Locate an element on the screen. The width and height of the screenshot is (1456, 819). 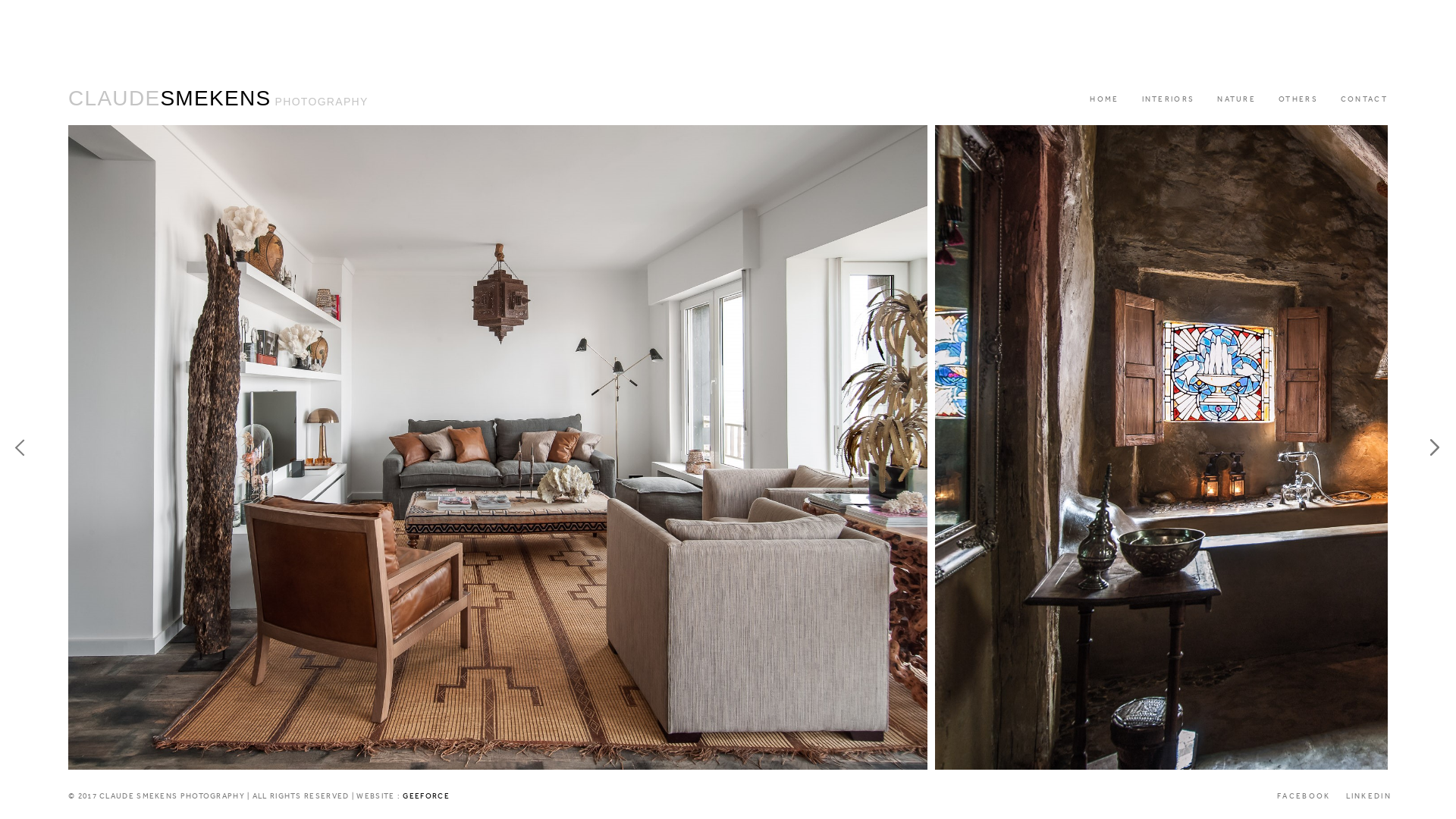
'HOME' is located at coordinates (1103, 99).